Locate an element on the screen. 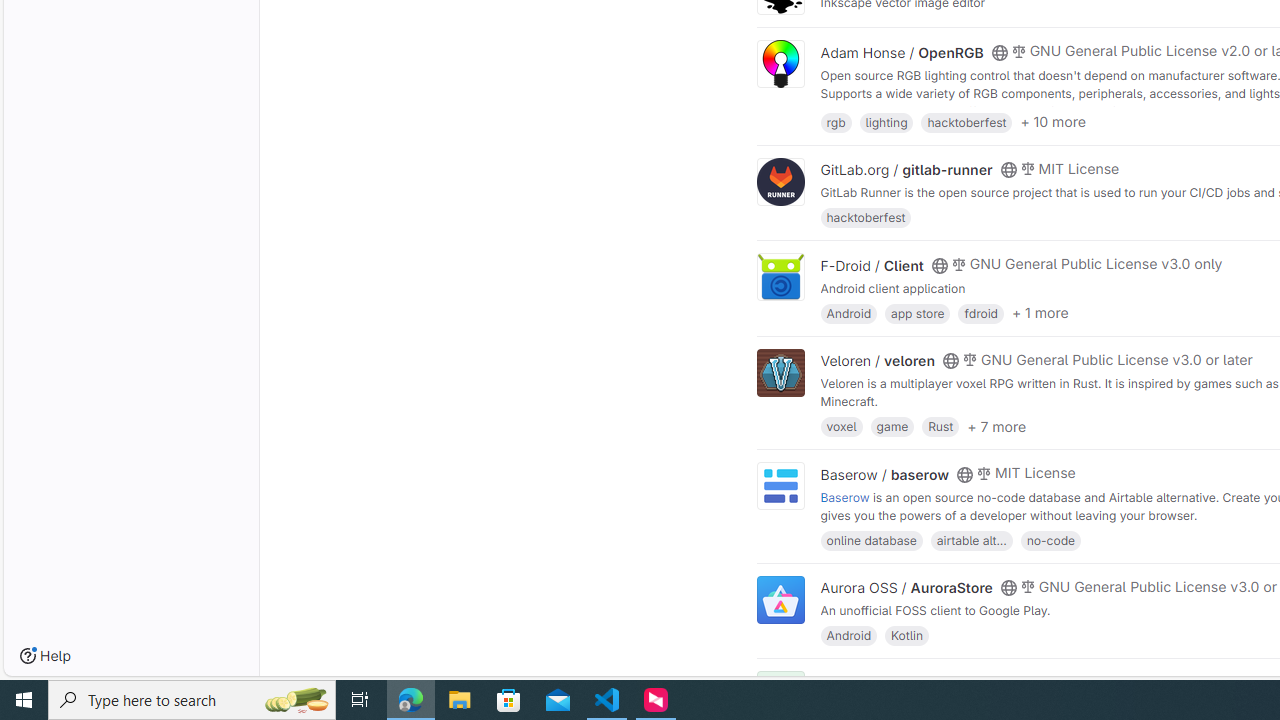 This screenshot has width=1280, height=720. 'Veloren / veloren' is located at coordinates (878, 361).